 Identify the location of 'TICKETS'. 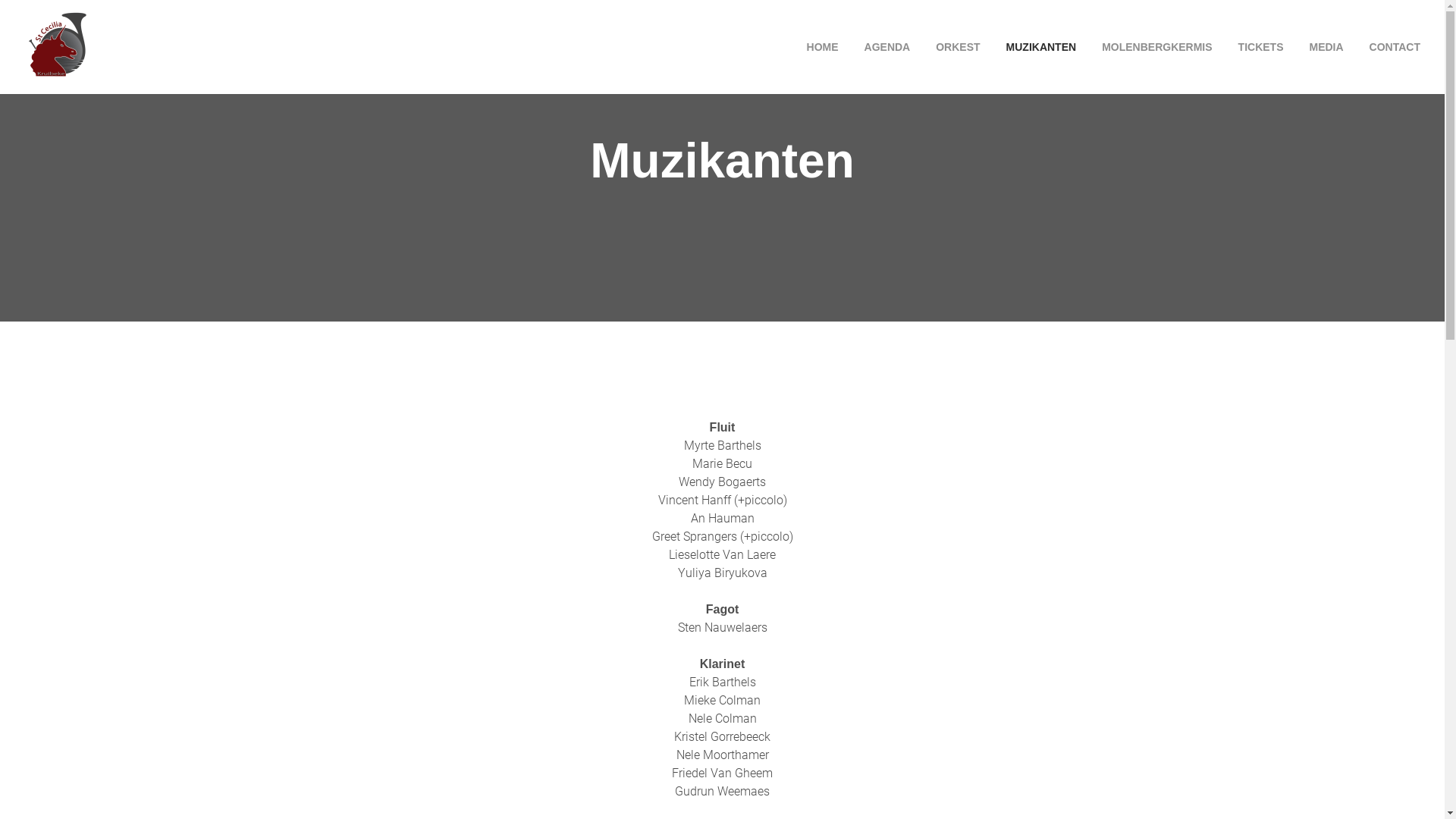
(1260, 45).